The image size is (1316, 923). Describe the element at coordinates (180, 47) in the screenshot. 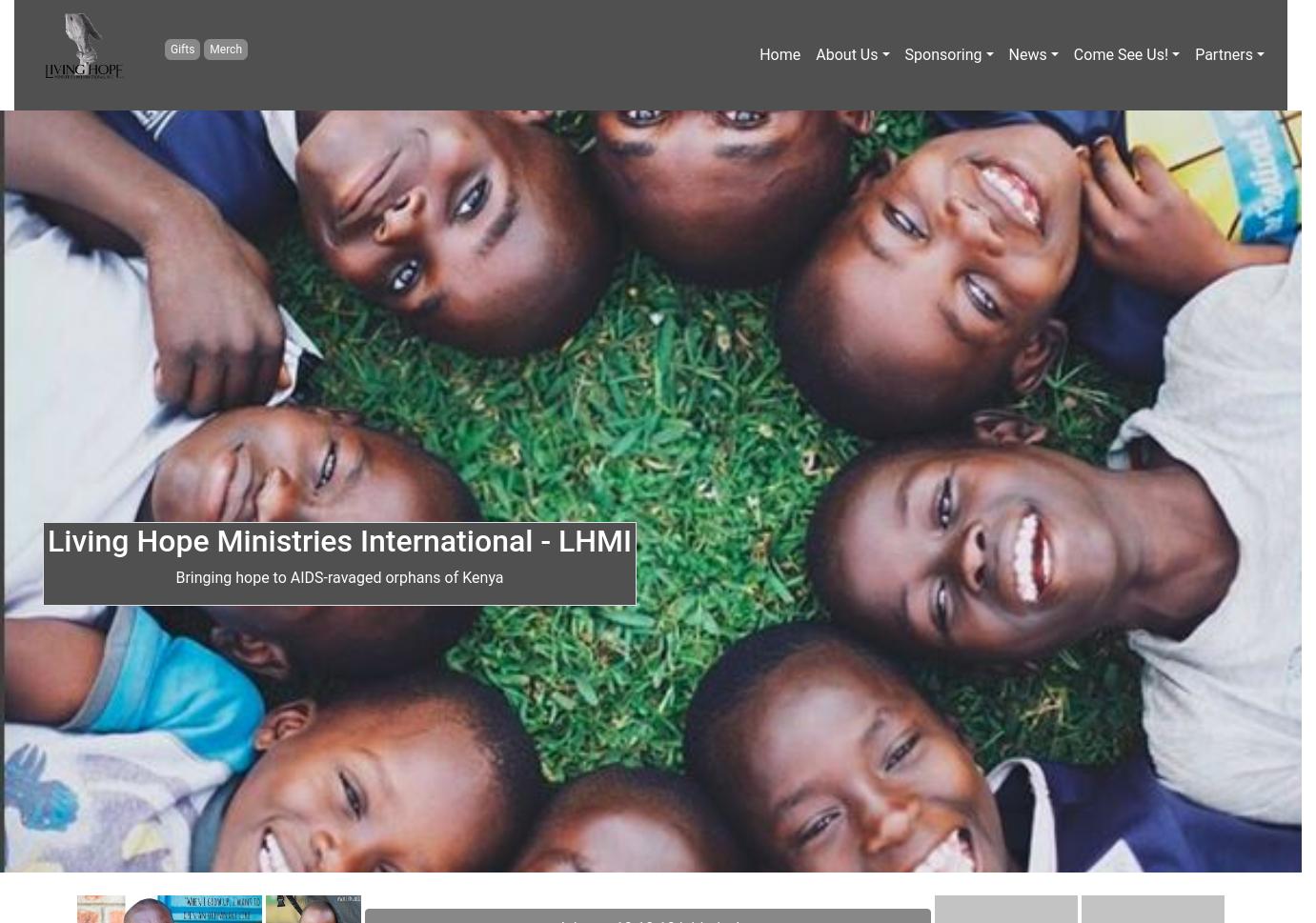

I see `'Gifts'` at that location.